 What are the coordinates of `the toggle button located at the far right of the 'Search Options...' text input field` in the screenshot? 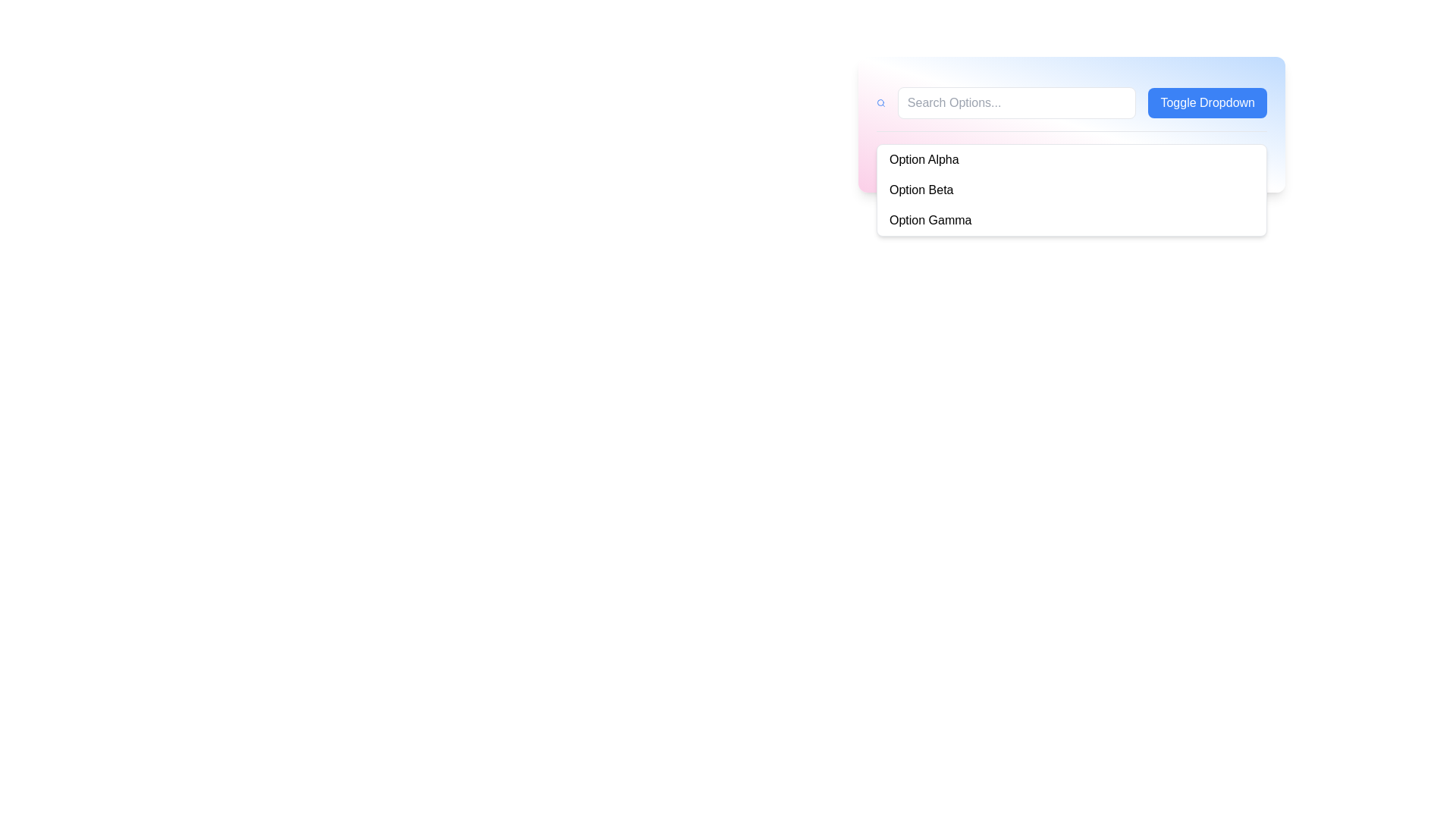 It's located at (1207, 102).